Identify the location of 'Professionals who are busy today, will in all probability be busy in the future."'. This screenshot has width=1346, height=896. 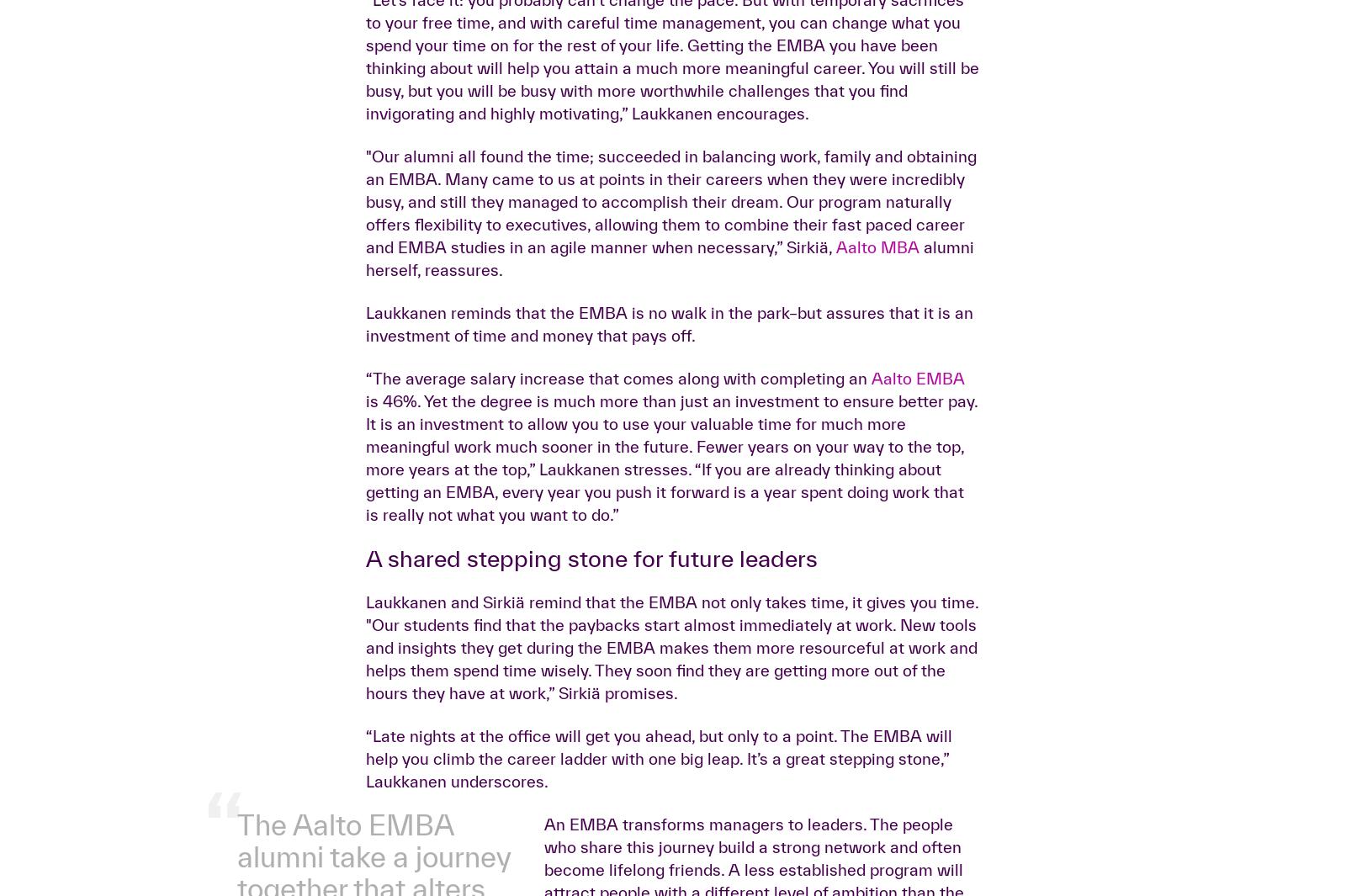
(376, 178).